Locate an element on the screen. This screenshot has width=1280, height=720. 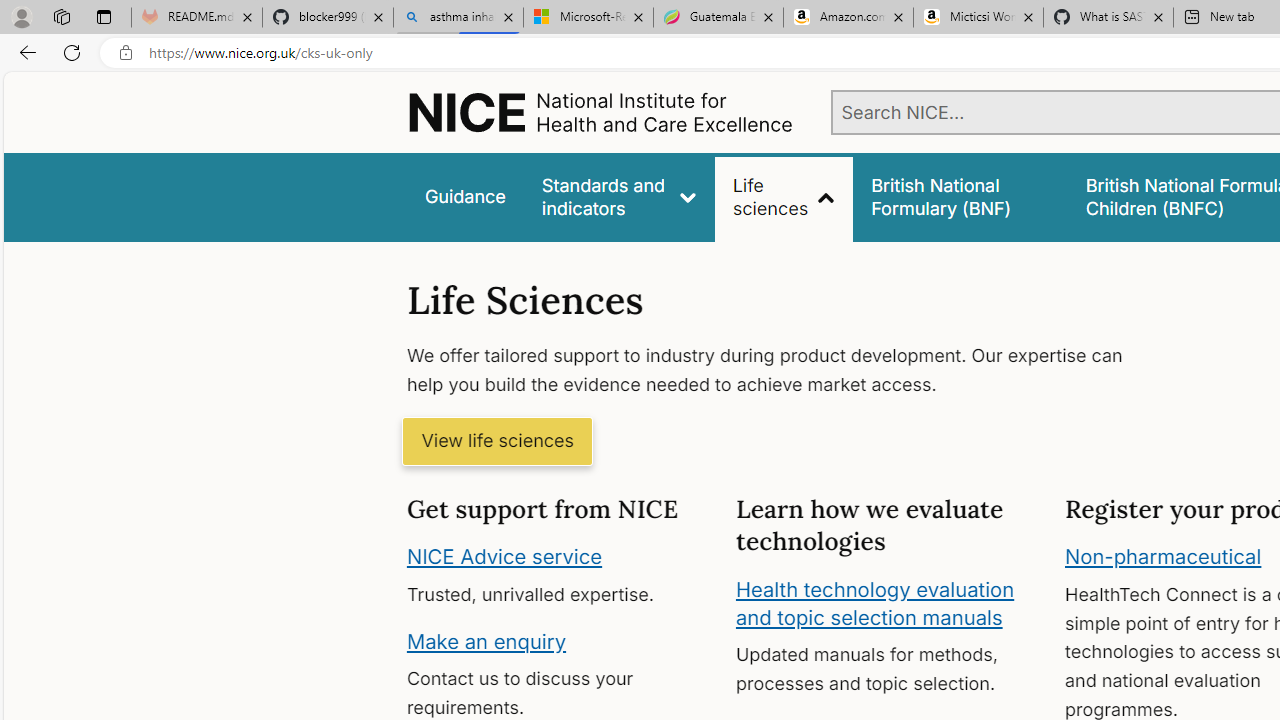
'Guidance' is located at coordinates (463, 197).